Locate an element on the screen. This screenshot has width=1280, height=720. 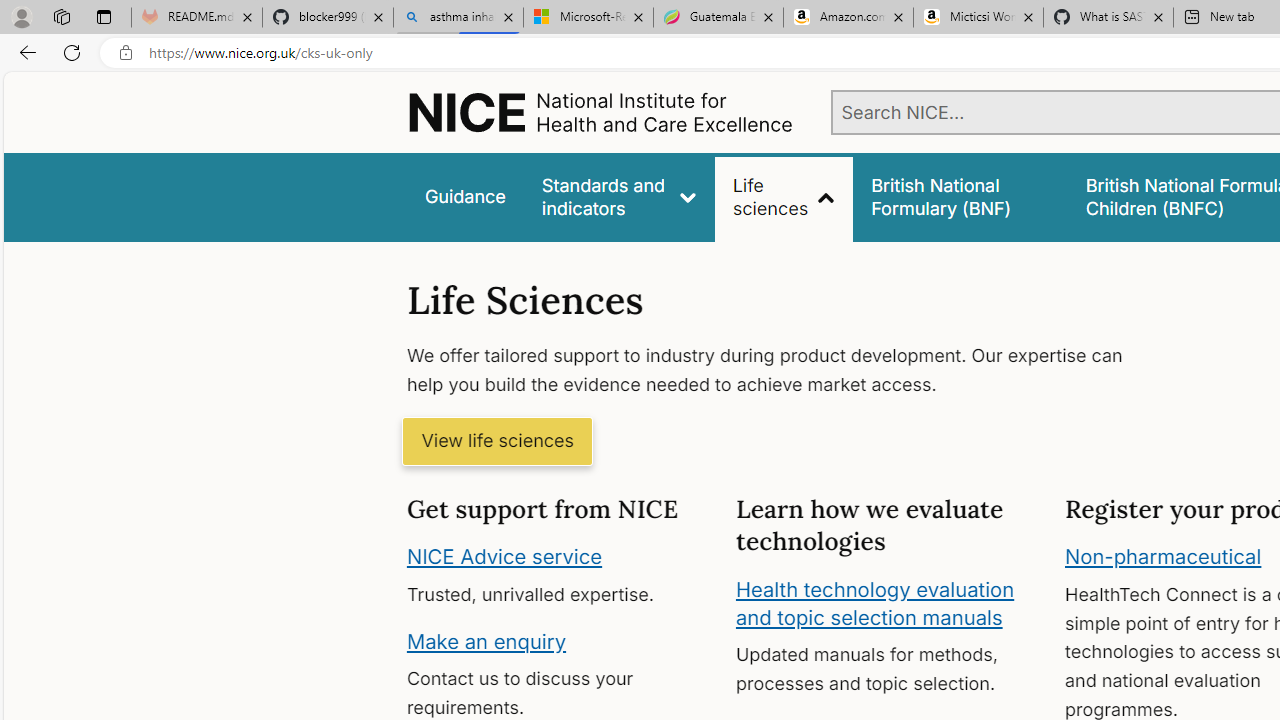
'Guidance' is located at coordinates (463, 197).